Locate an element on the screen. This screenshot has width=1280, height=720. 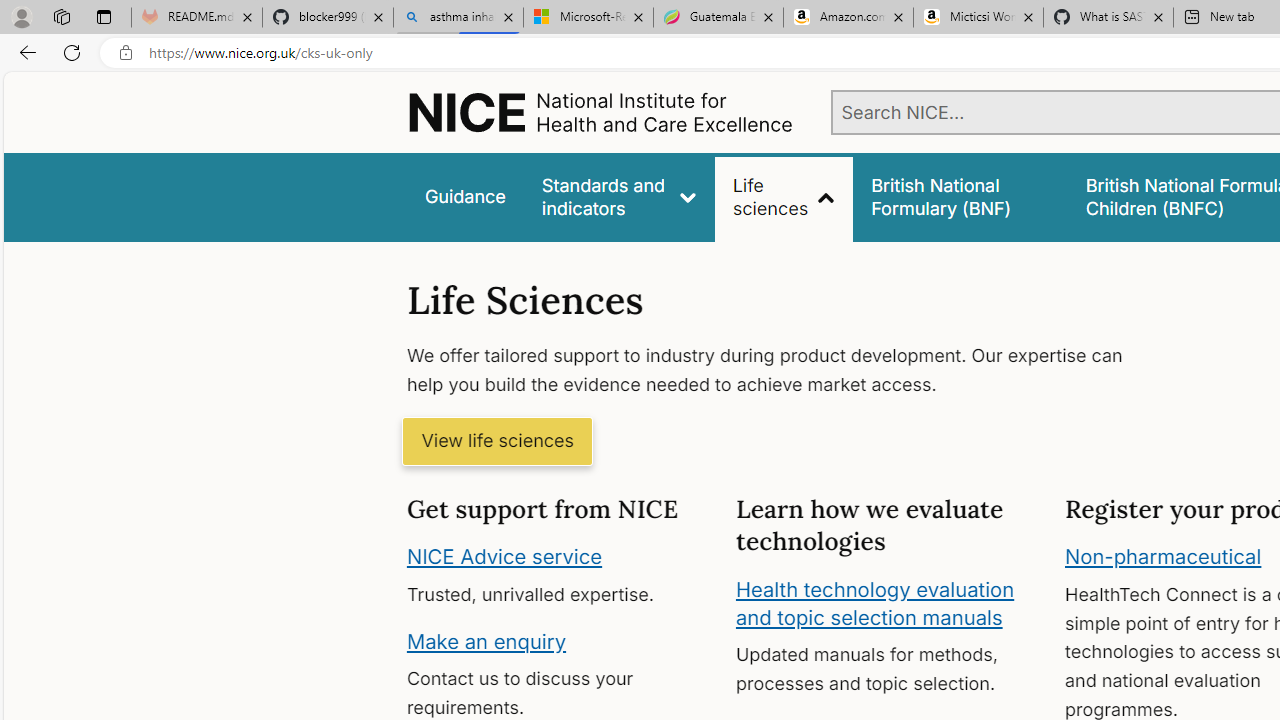
'Guidance' is located at coordinates (463, 197).